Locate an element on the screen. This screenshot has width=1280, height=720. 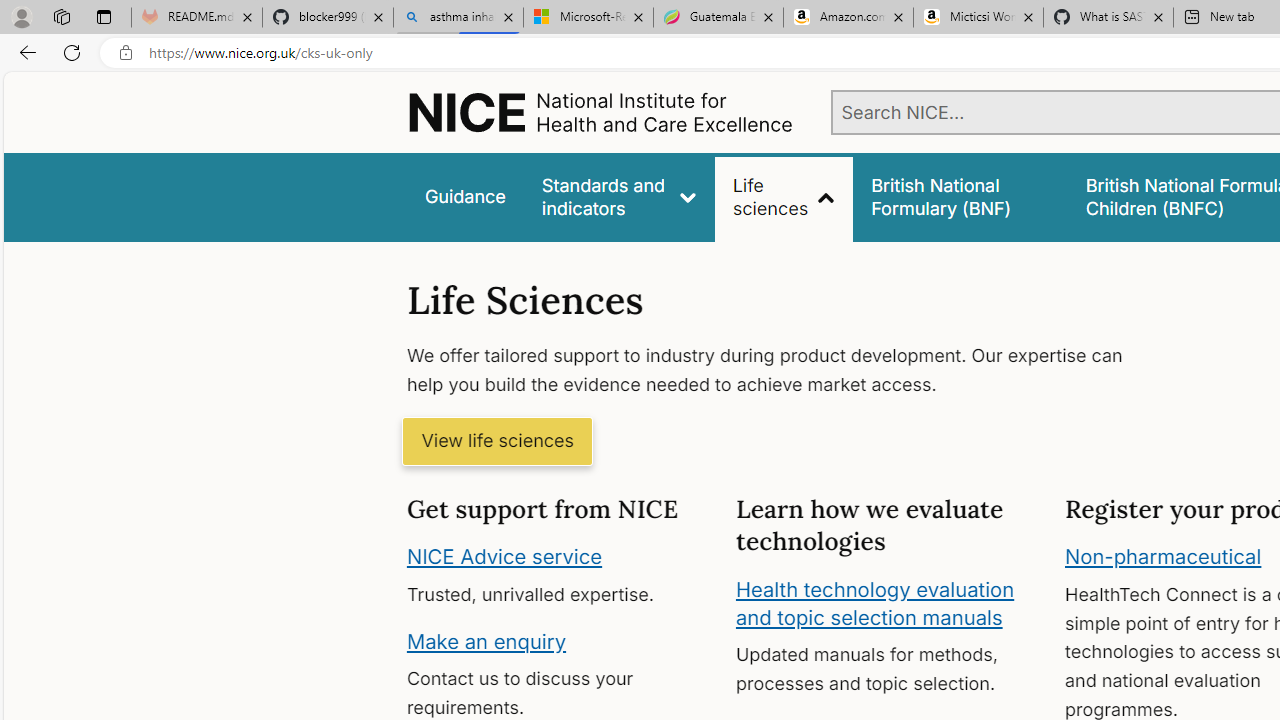
'Guidance' is located at coordinates (463, 197).